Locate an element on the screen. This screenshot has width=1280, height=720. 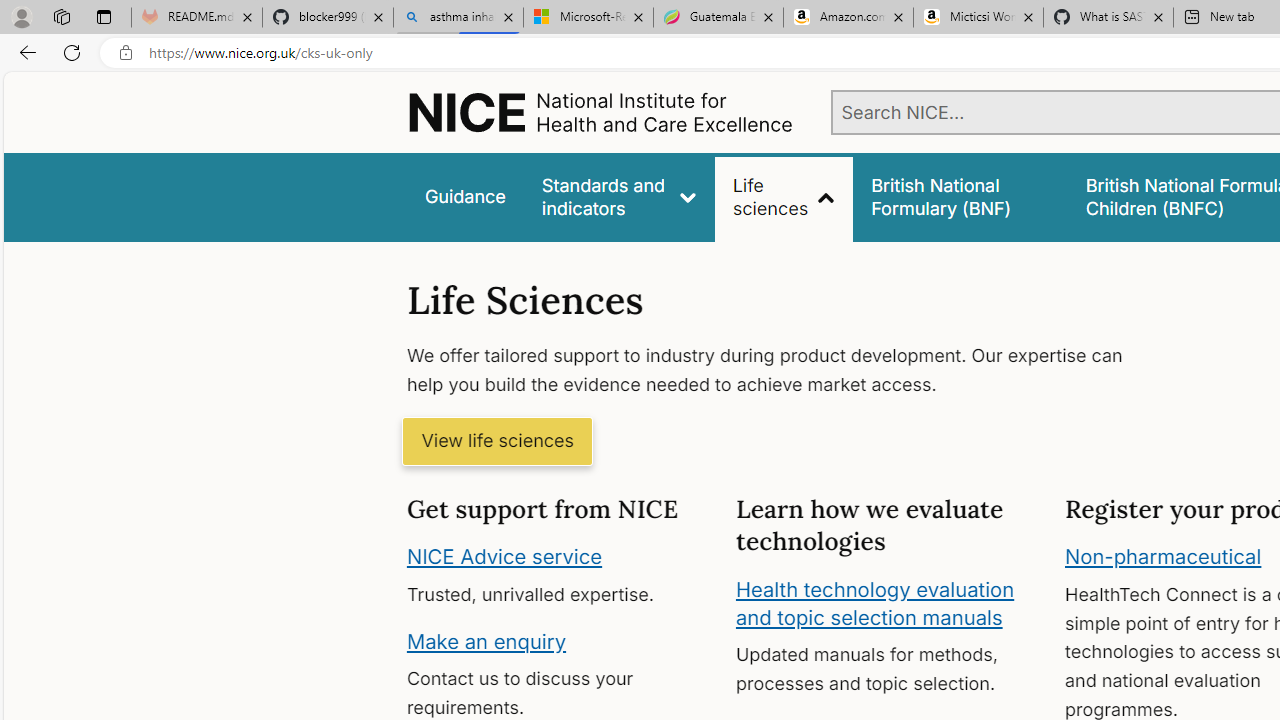
'Guidance' is located at coordinates (463, 197).